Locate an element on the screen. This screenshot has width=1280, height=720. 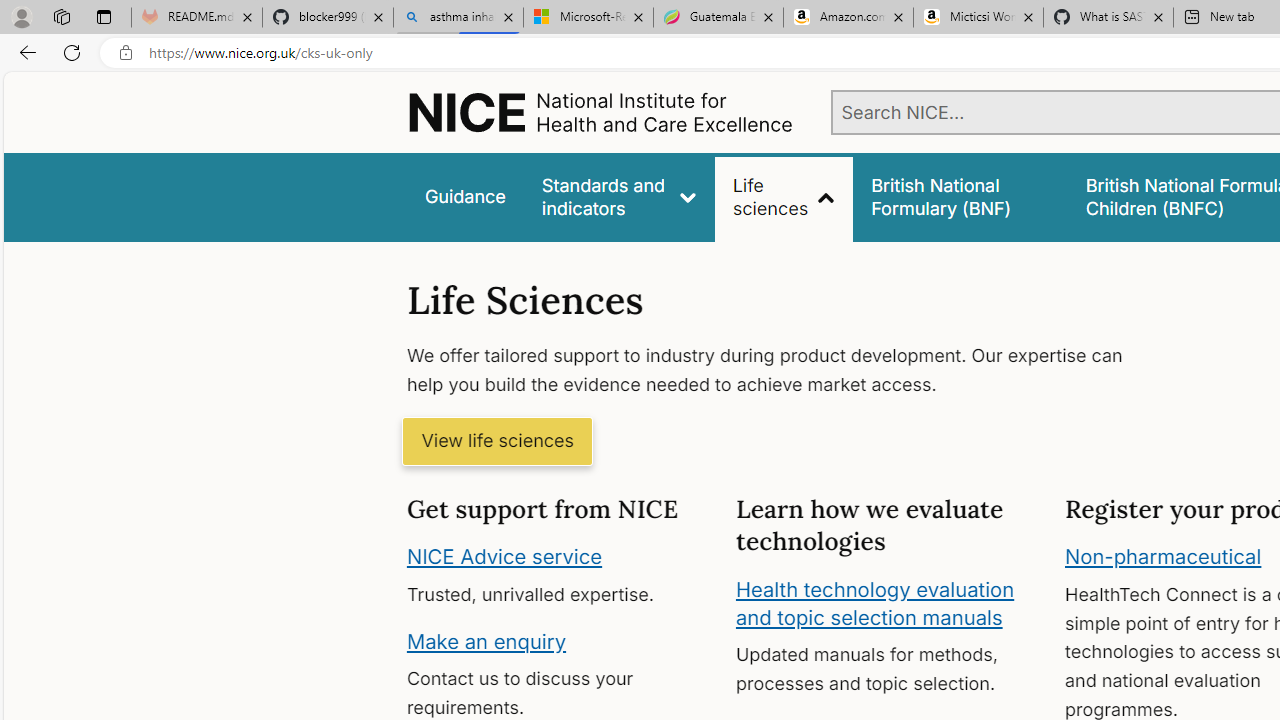
'Guidance' is located at coordinates (463, 197).